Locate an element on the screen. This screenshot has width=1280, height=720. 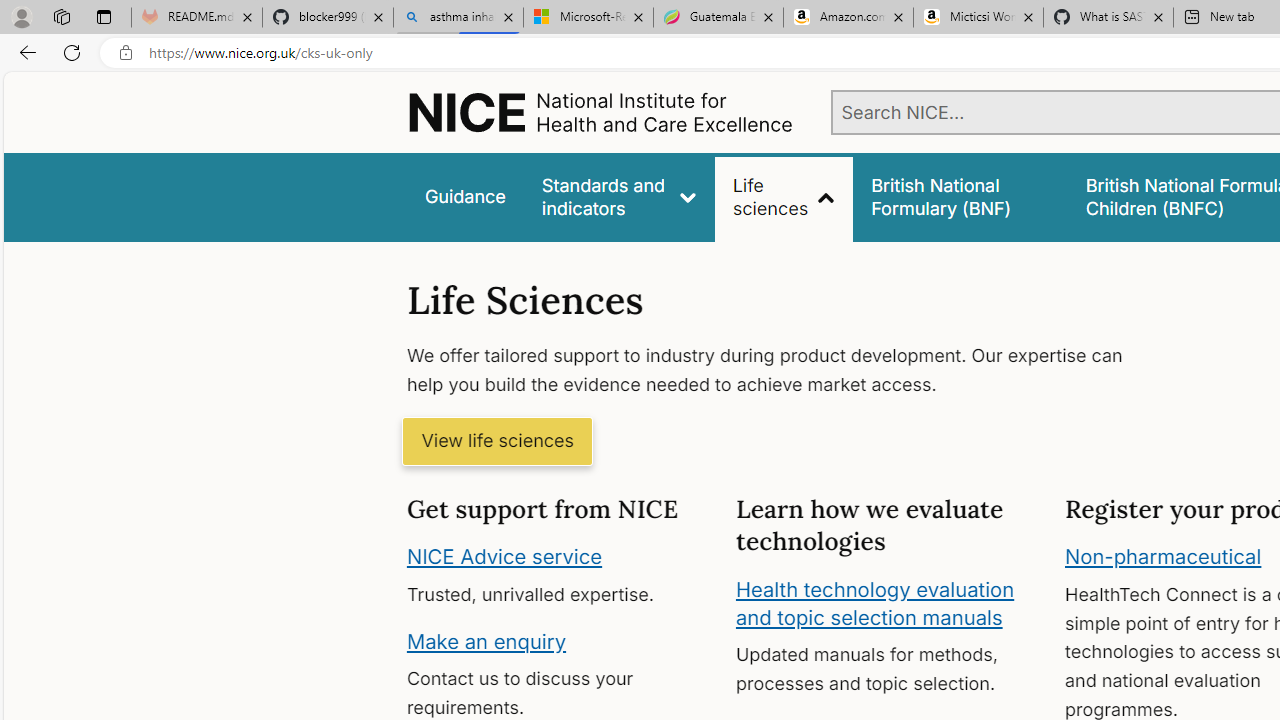
'Guidance' is located at coordinates (463, 197).